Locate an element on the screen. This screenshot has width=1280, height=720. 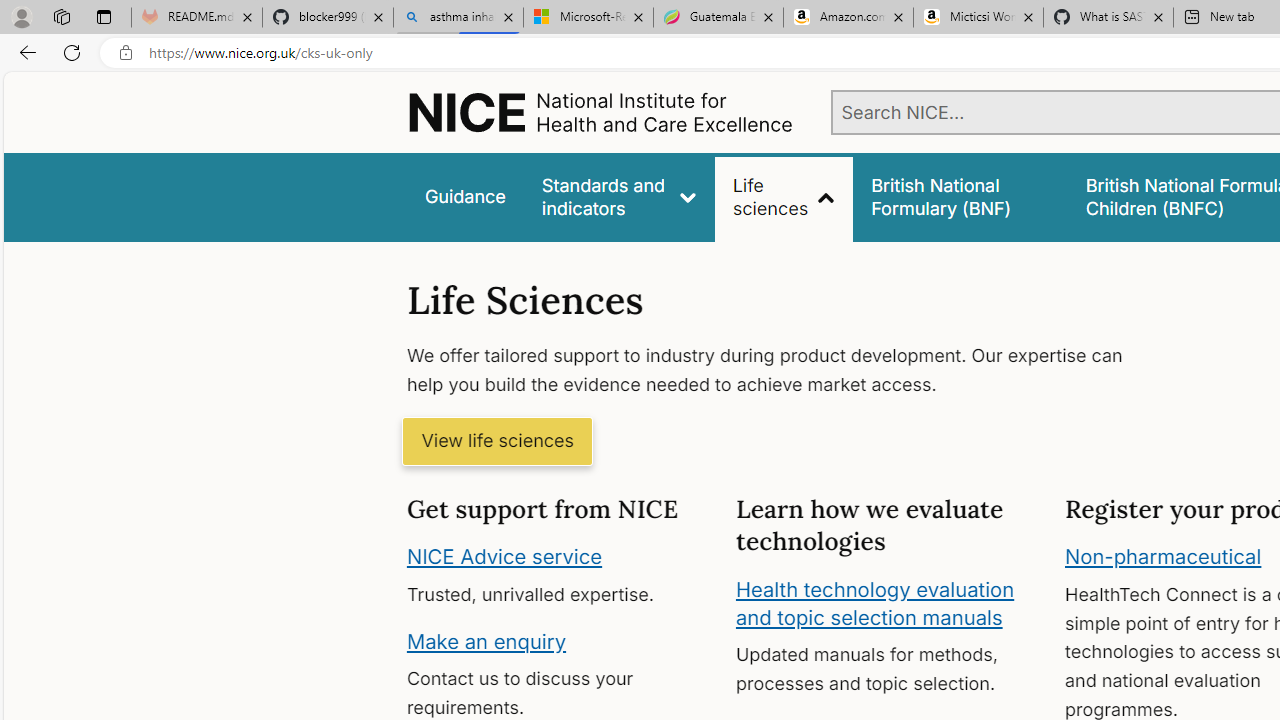
'Guidance' is located at coordinates (463, 197).